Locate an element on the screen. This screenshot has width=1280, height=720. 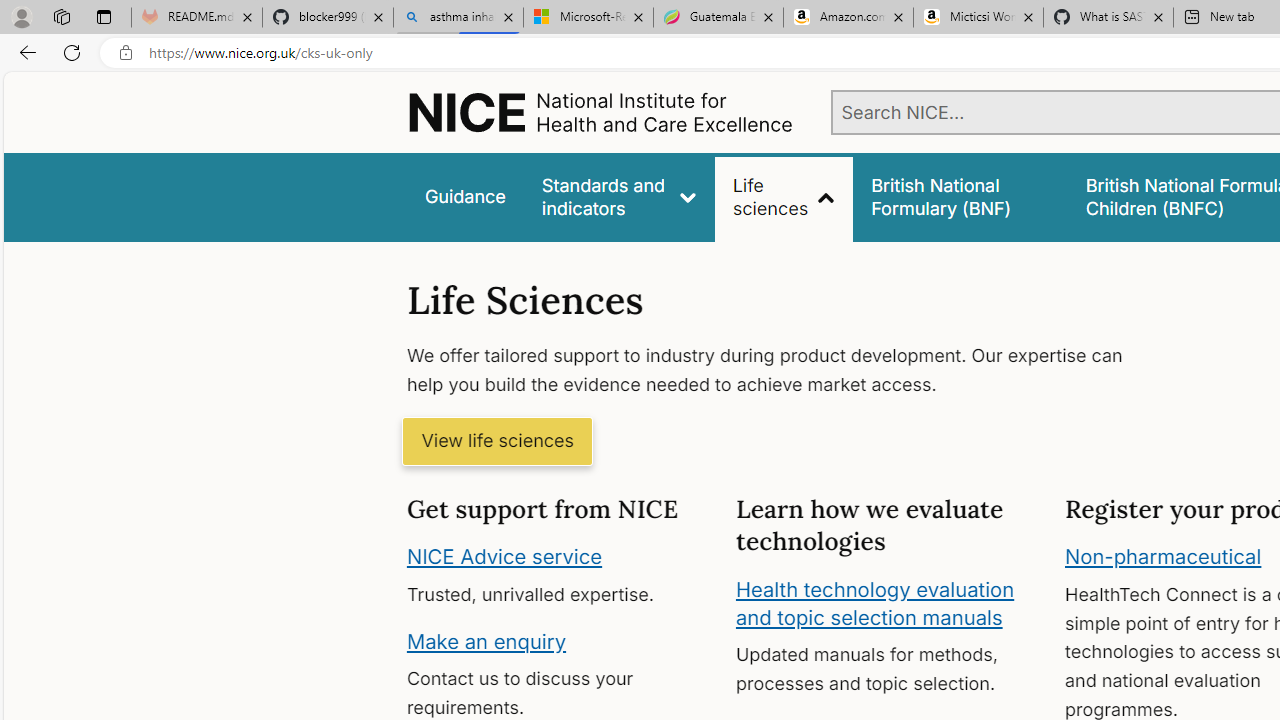
'Guidance' is located at coordinates (463, 197).